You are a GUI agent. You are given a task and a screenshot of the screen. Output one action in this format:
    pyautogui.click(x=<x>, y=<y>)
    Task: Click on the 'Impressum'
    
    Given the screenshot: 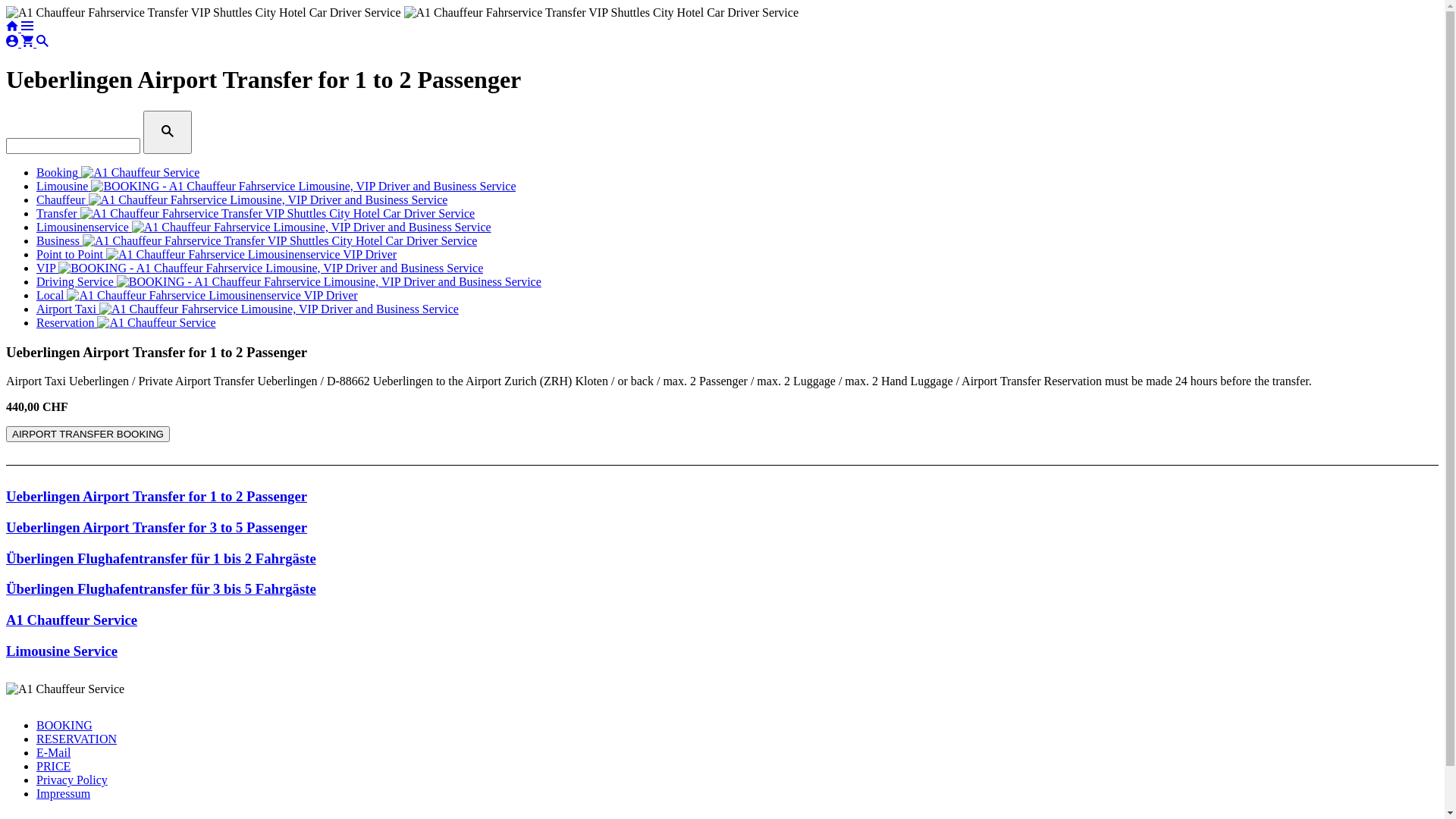 What is the action you would take?
    pyautogui.click(x=62, y=792)
    